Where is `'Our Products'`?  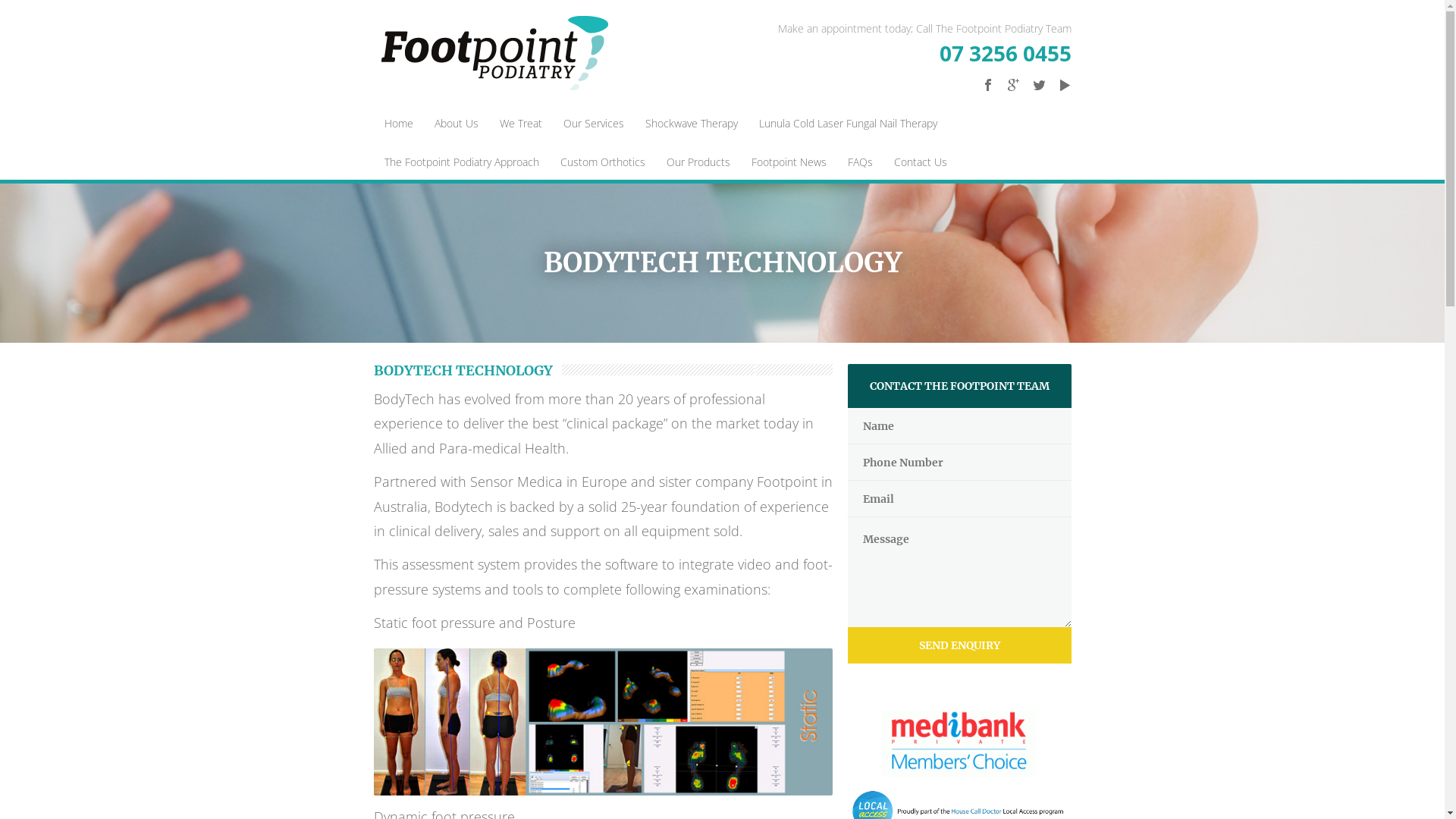
'Our Products' is located at coordinates (697, 164).